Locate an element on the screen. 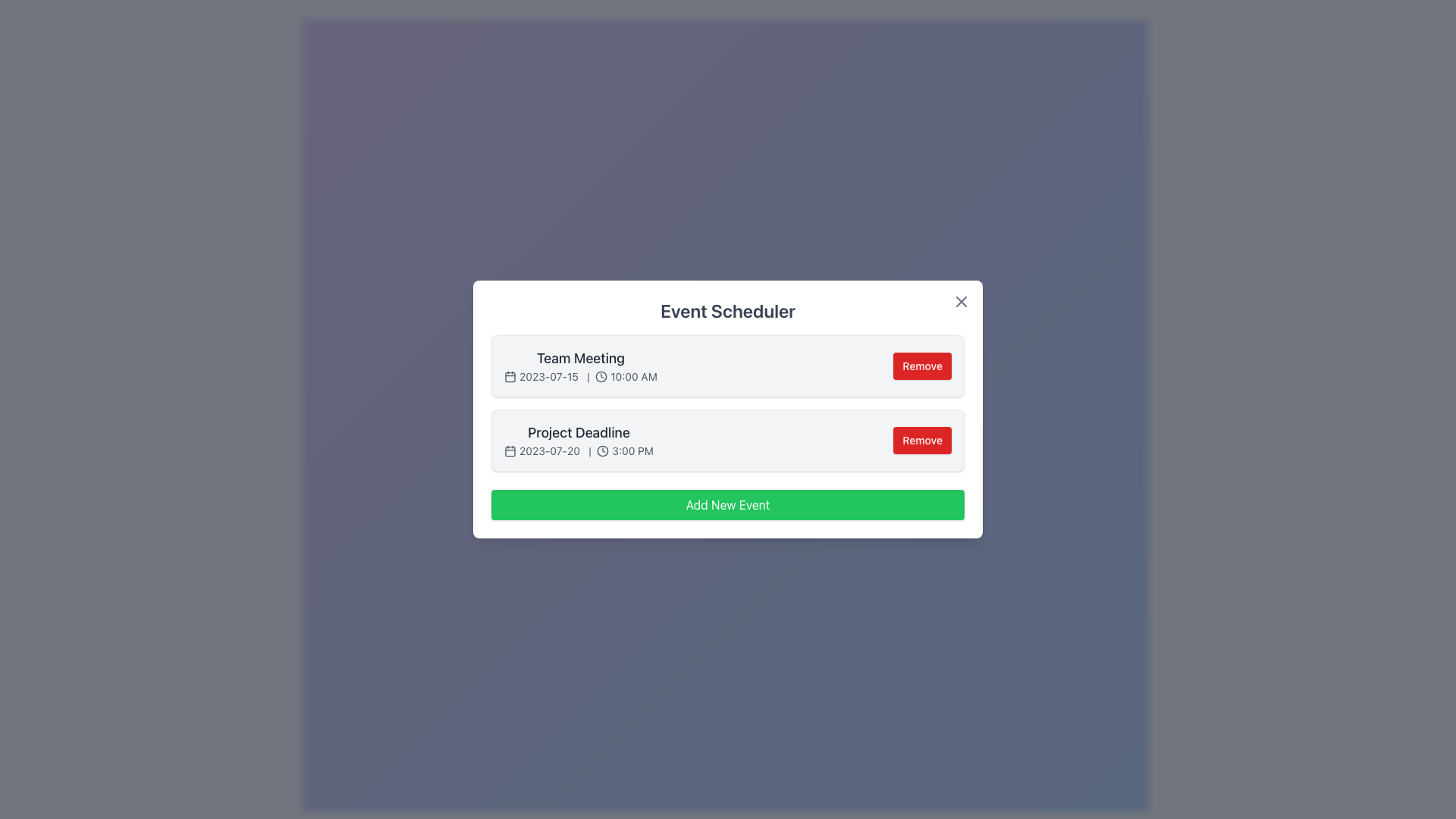 This screenshot has width=1456, height=819. the icon representing the date '2023-07-20' in the event scheduler pop-up, located in the second entry of the list, adjacent to the clock icon is located at coordinates (510, 450).